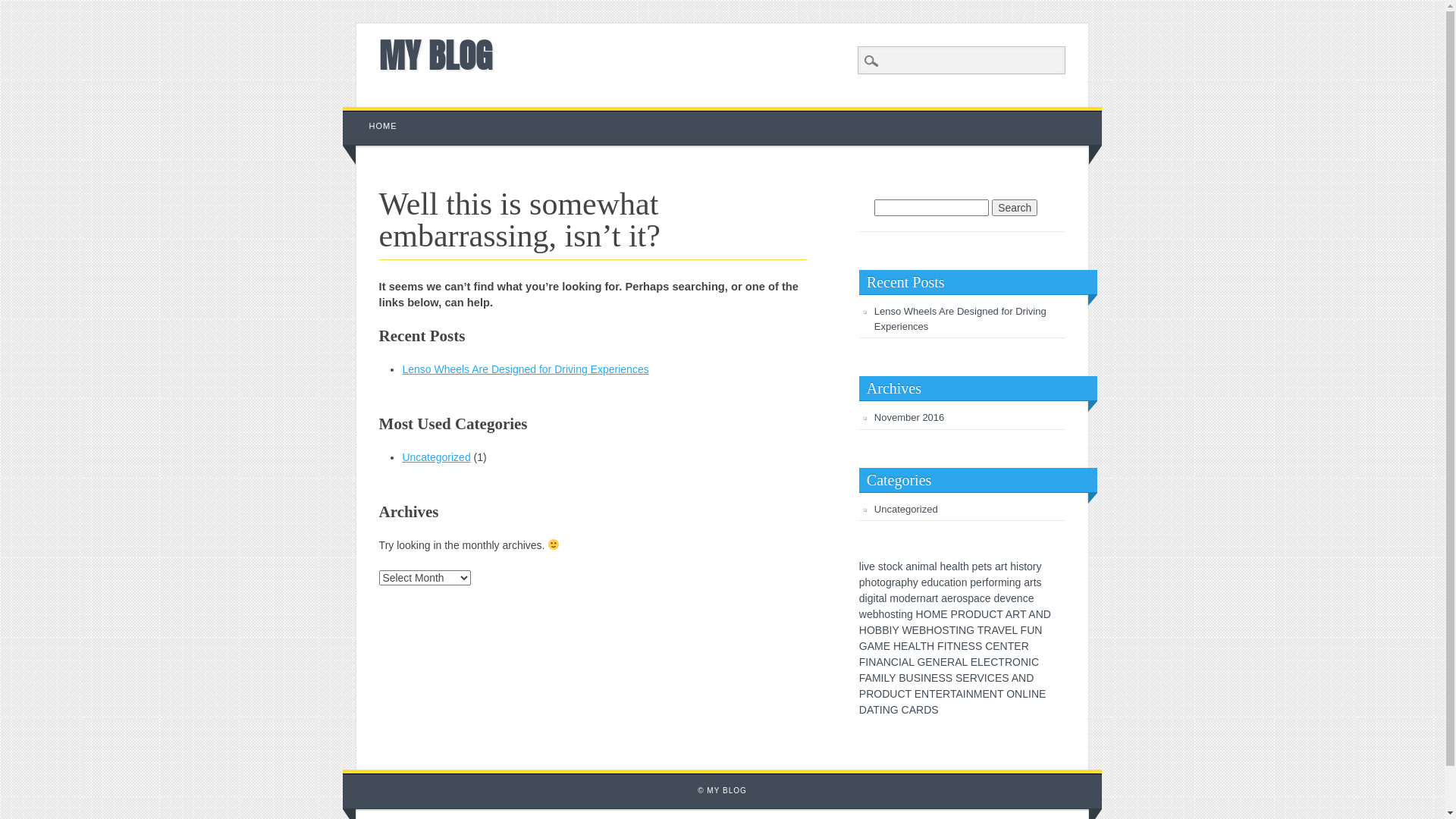  What do you see at coordinates (999, 598) in the screenshot?
I see `'e'` at bounding box center [999, 598].